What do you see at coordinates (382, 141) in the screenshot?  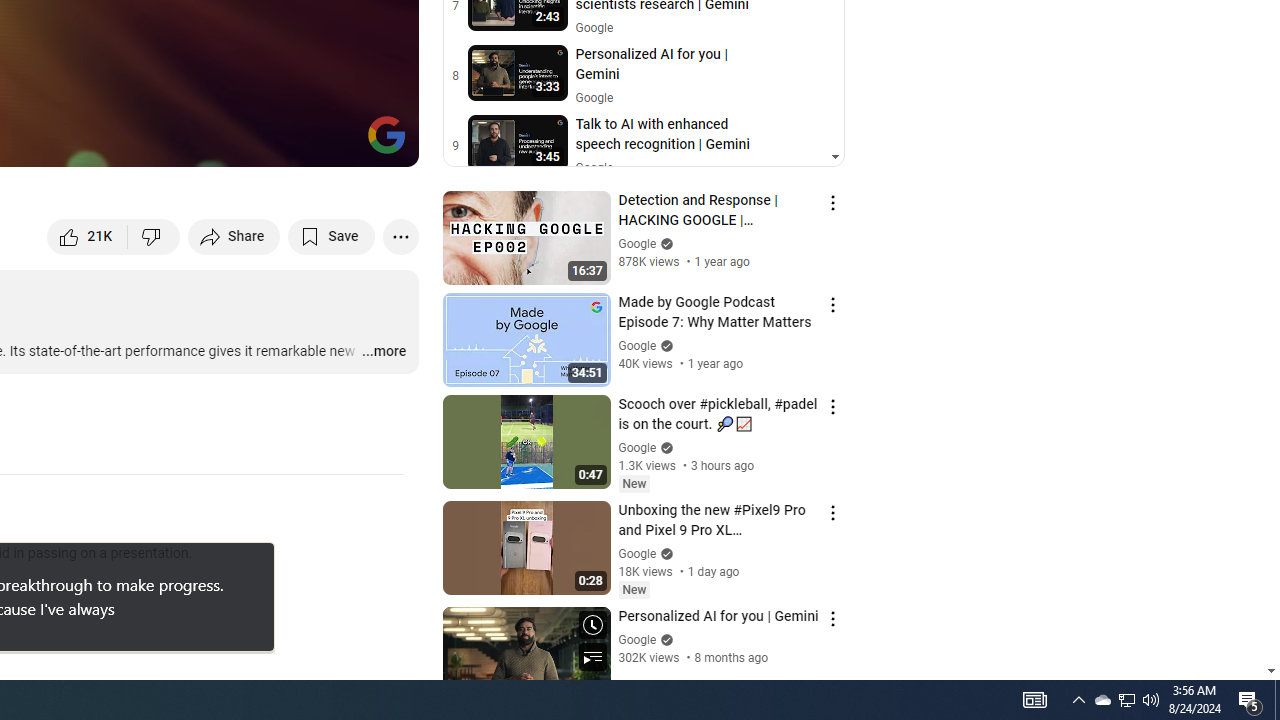 I see `'Full screen (f)'` at bounding box center [382, 141].